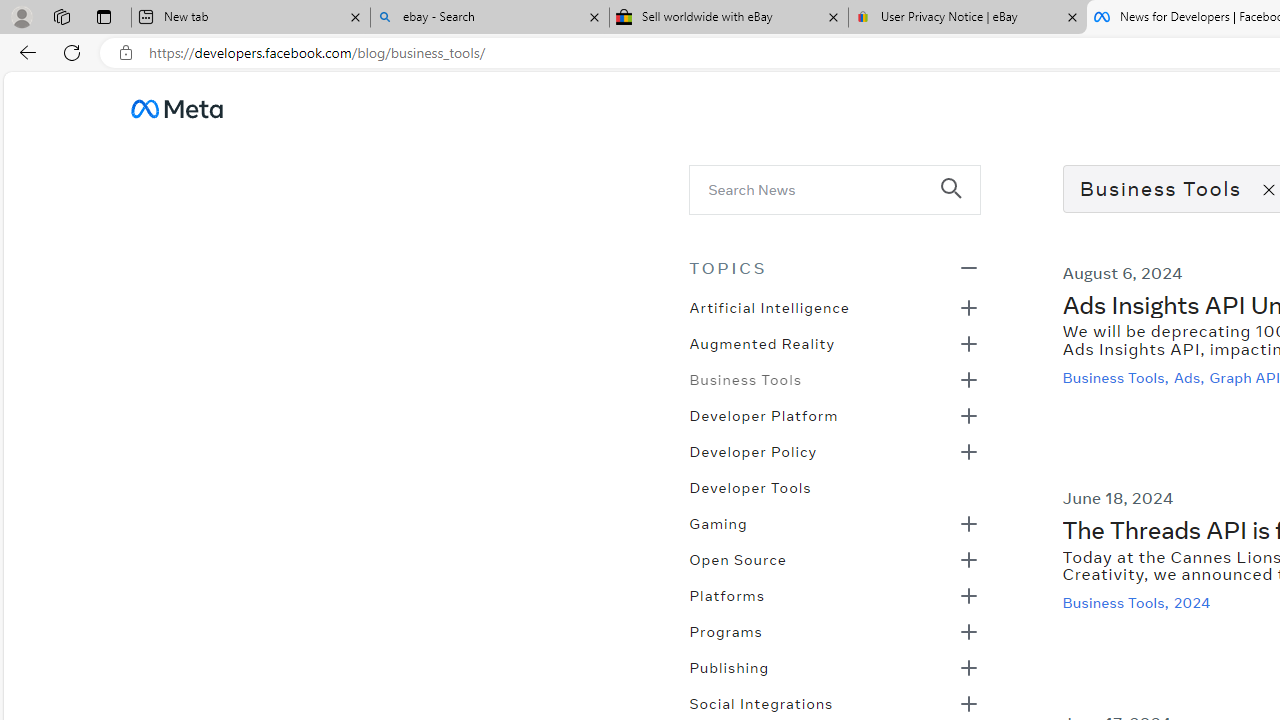  Describe the element at coordinates (1191, 377) in the screenshot. I see `'Ads,'` at that location.